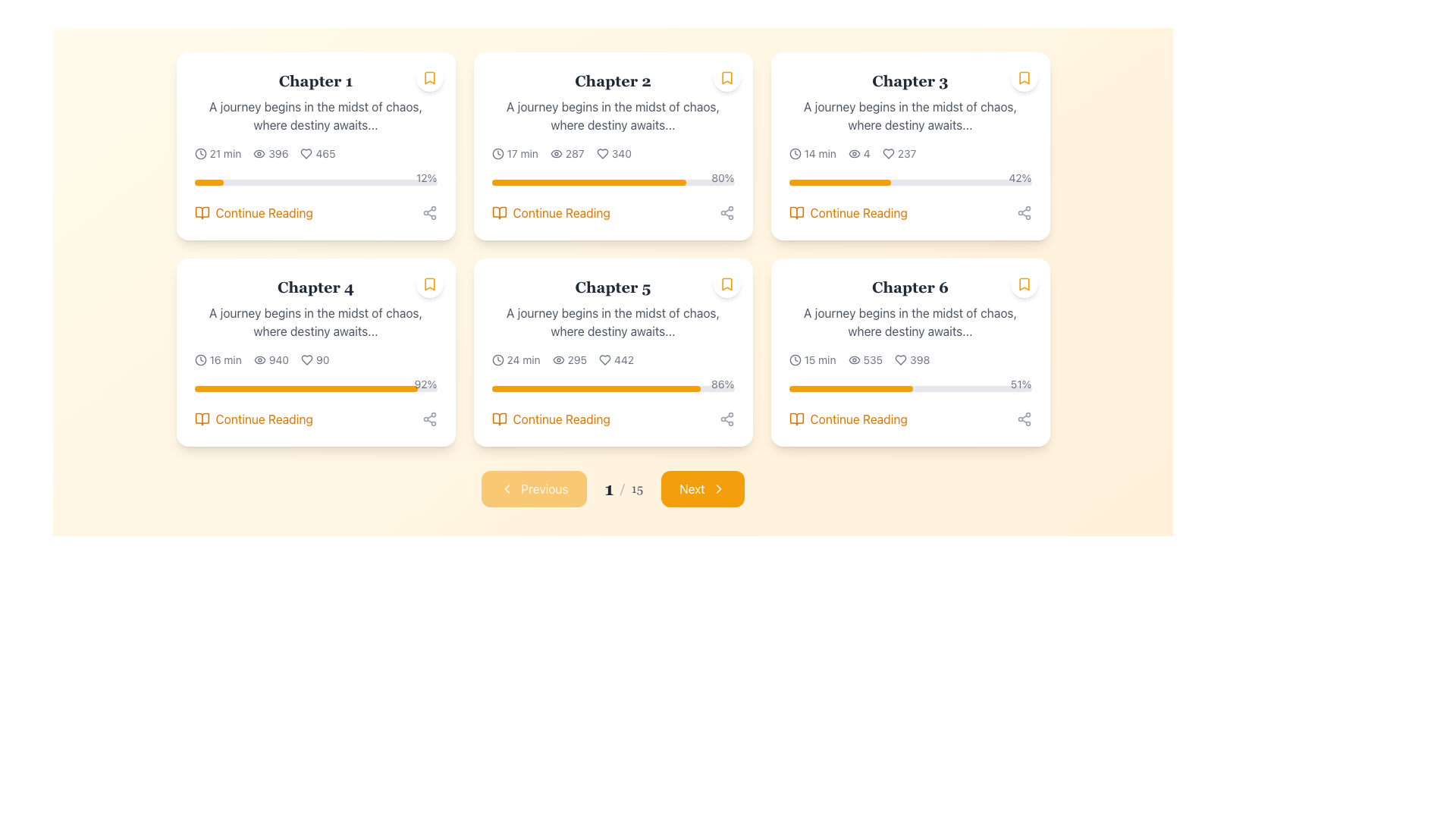 The width and height of the screenshot is (1456, 819). What do you see at coordinates (555, 154) in the screenshot?
I see `the eye icon in the Chapter 2 card, located in the second column of the first row, which signifies visibility and is positioned left of the text '287'` at bounding box center [555, 154].